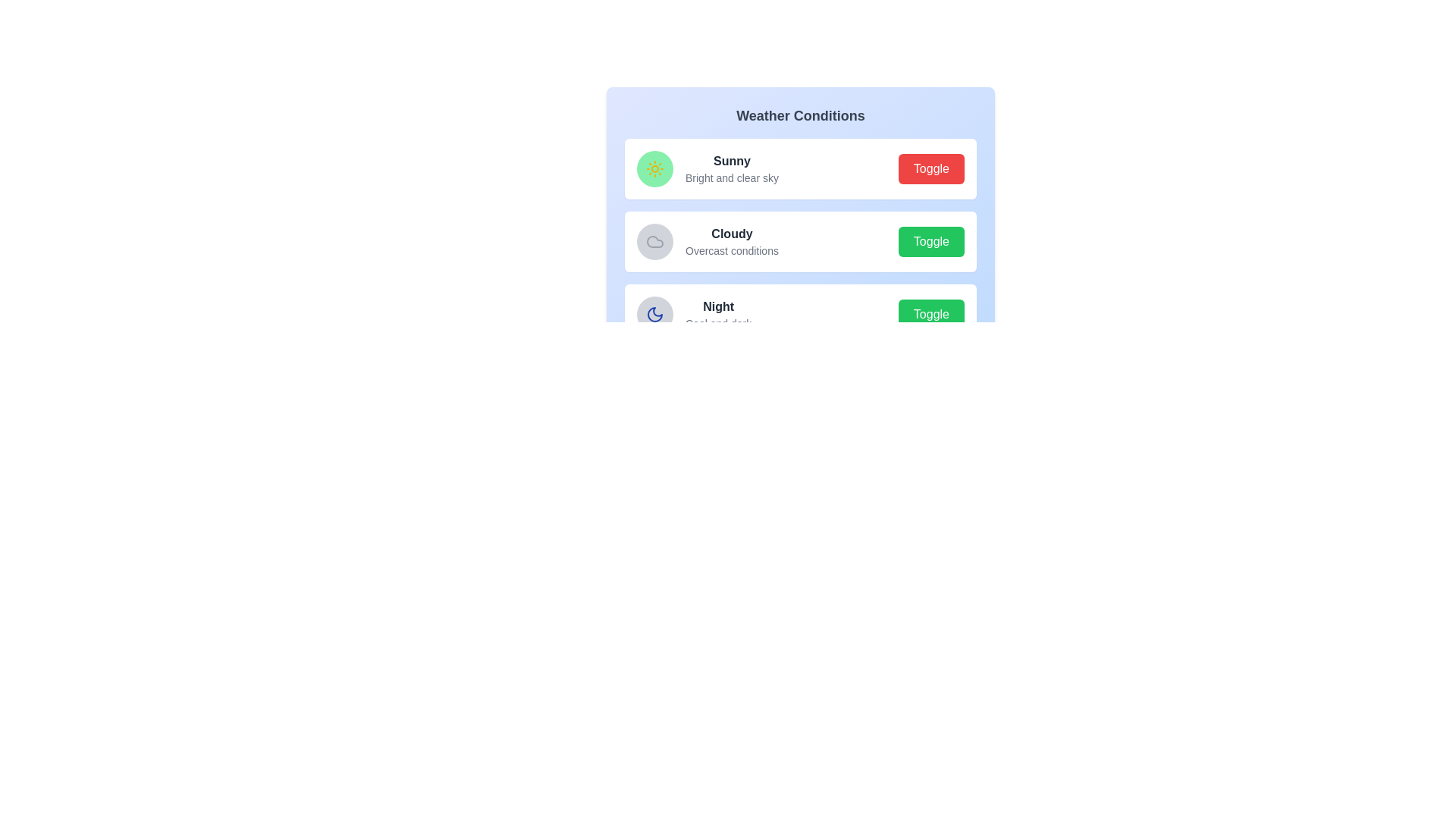 The image size is (1456, 819). Describe the element at coordinates (930, 314) in the screenshot. I see `the toggle button for the weather state Night` at that location.